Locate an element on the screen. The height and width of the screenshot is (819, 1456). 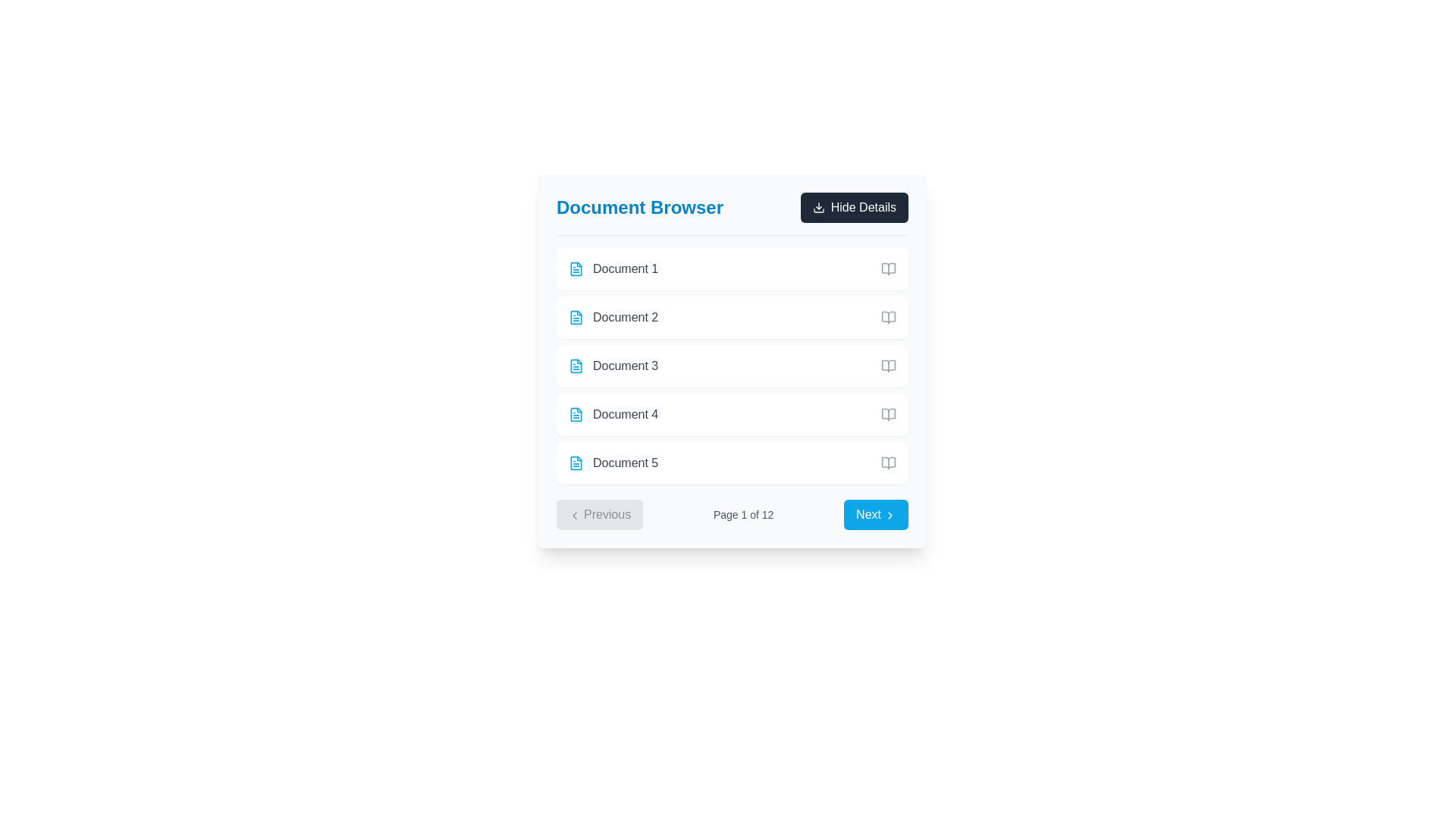
the toggle visibility button located in the top-right corner of its section, adjacent to the 'Document Browser' heading is located at coordinates (854, 207).